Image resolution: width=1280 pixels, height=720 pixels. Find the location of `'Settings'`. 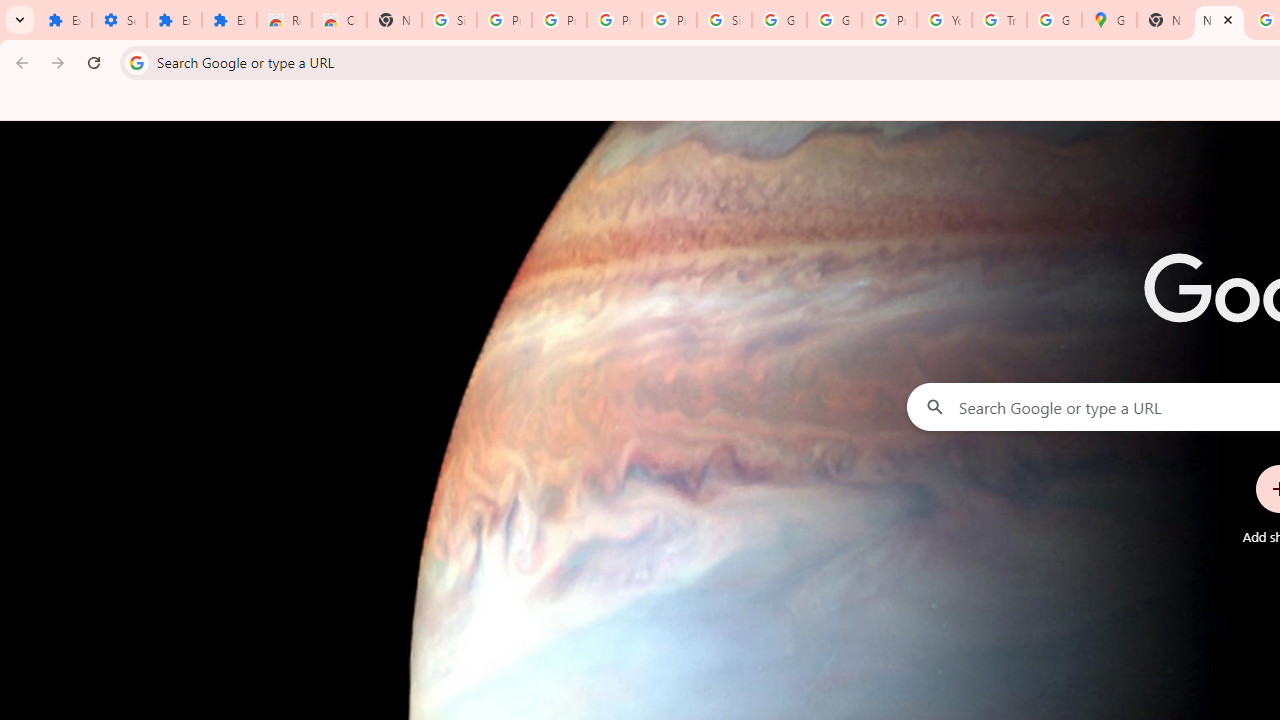

'Settings' is located at coordinates (118, 20).